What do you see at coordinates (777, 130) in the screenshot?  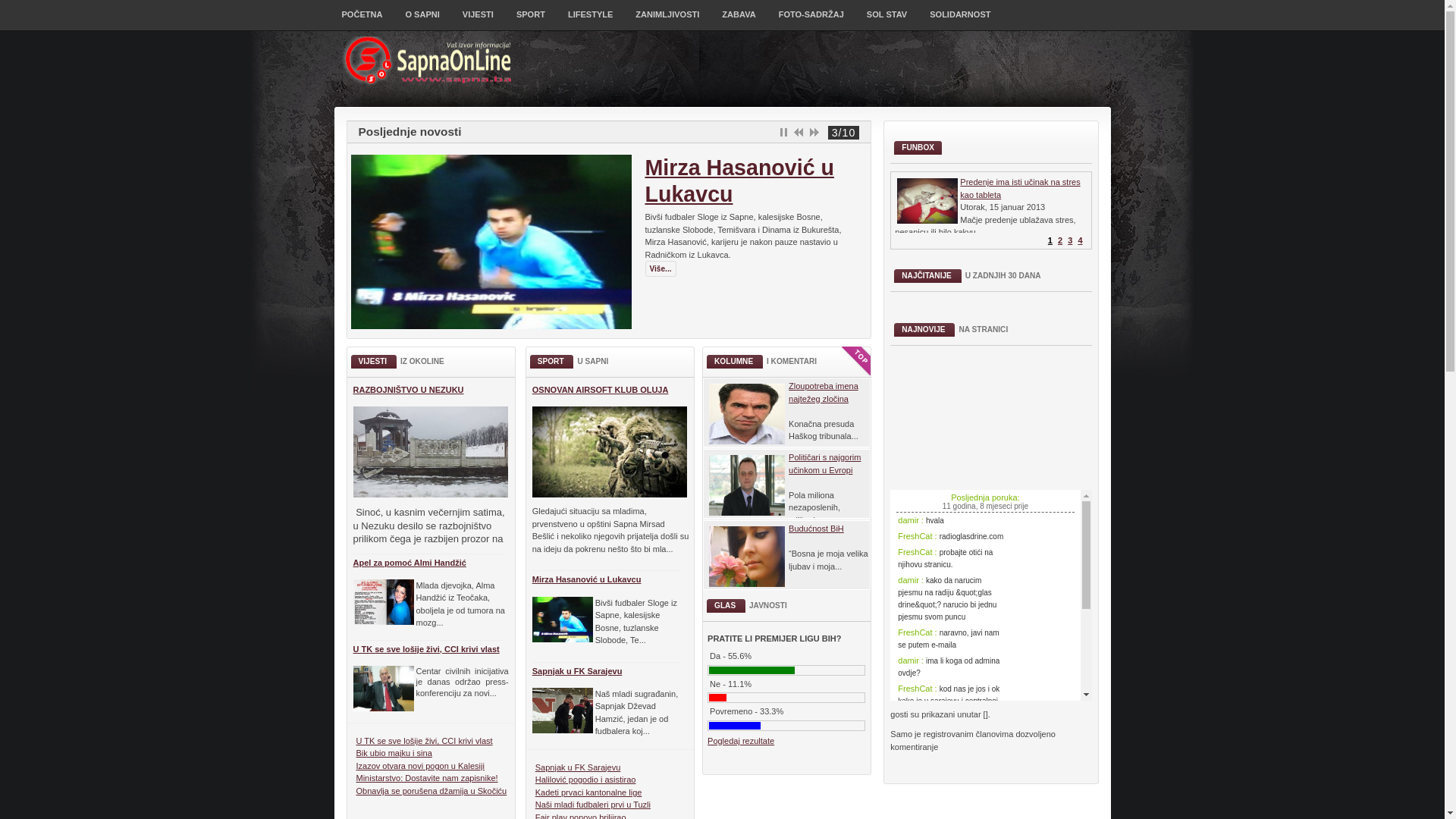 I see `'Pause'` at bounding box center [777, 130].